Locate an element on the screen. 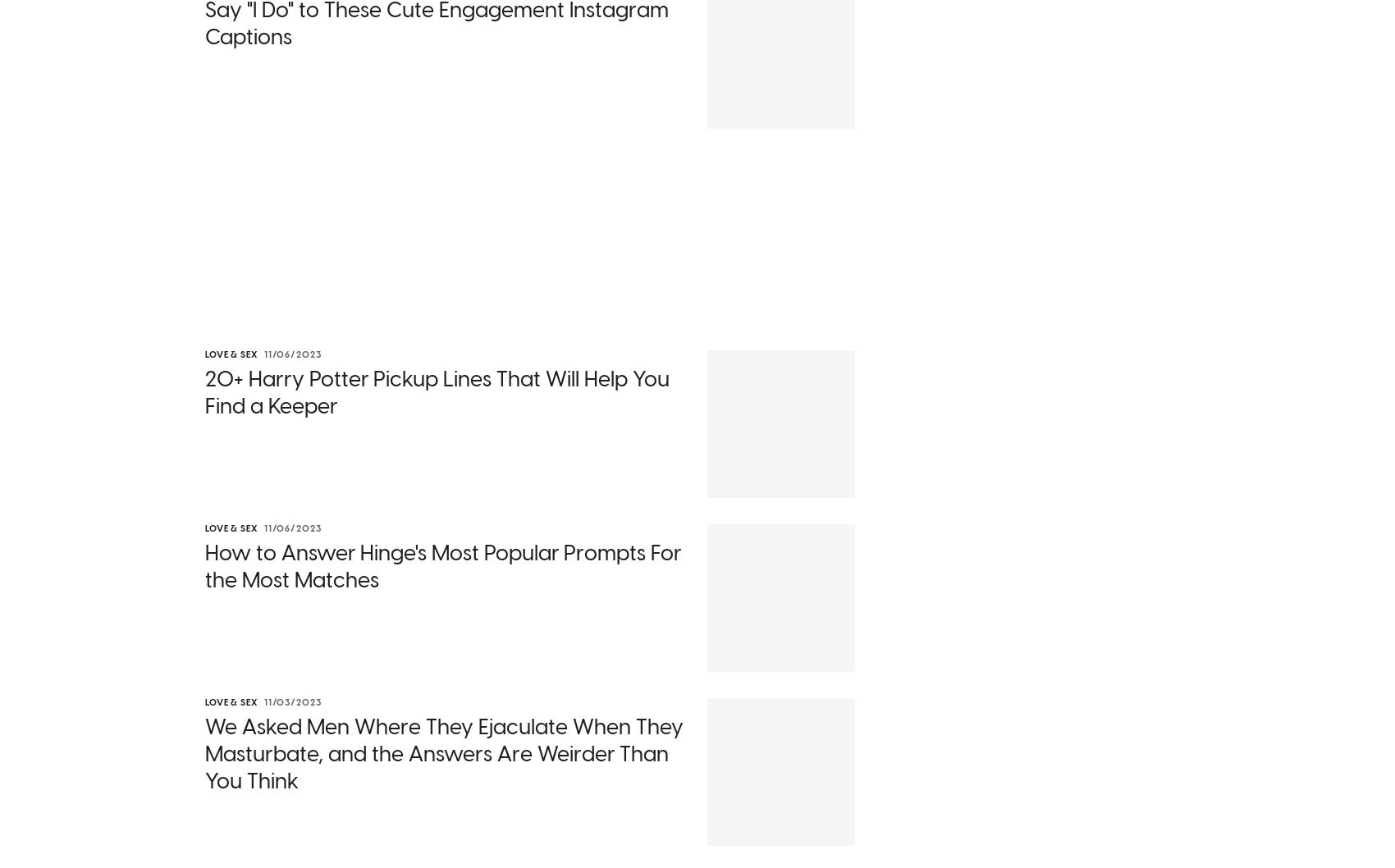 This screenshot has width=1395, height=868. 'Daycare or Nanny? Experts Share the Pros and Cons of Each' is located at coordinates (322, 341).